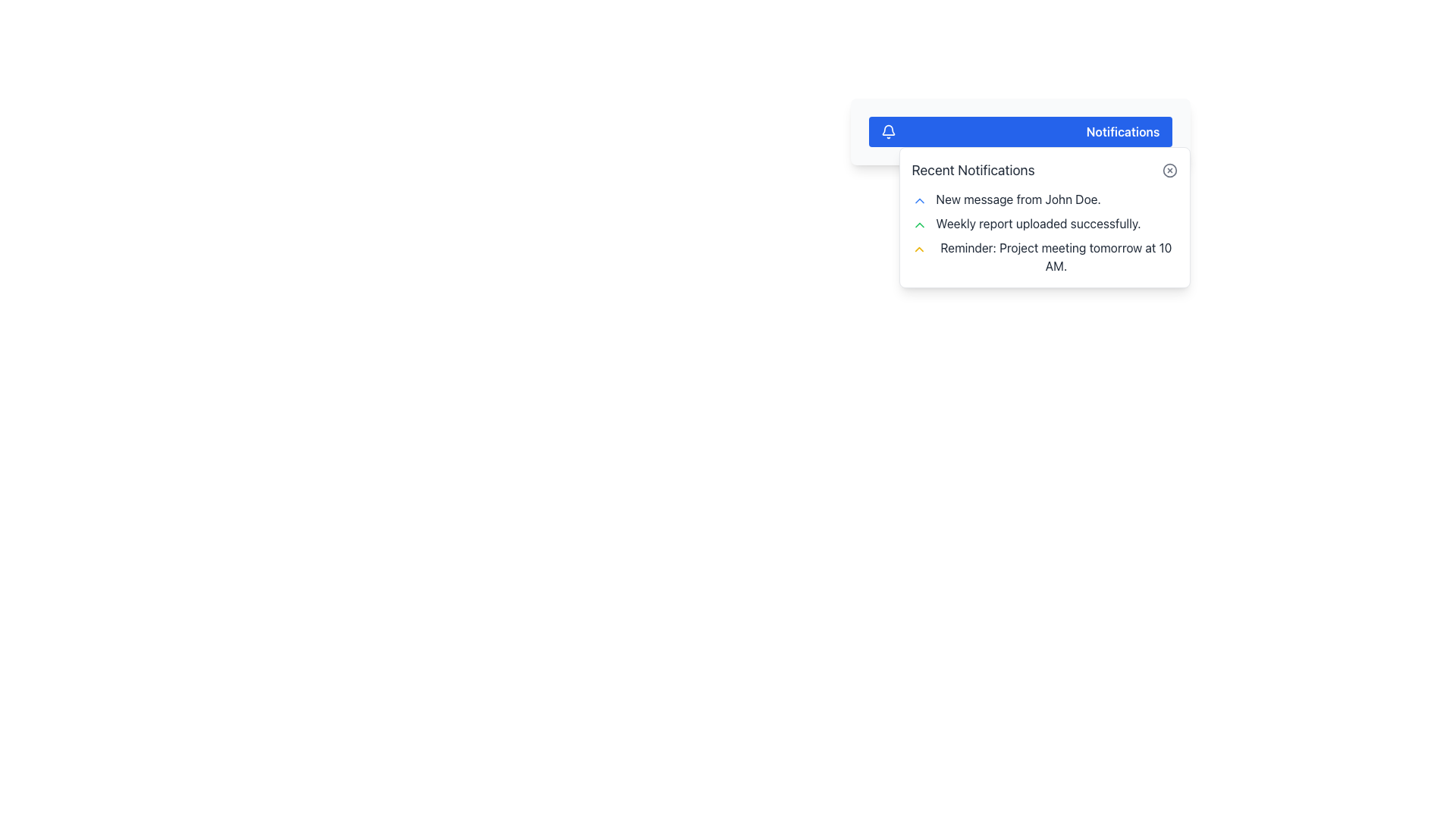 This screenshot has height=819, width=1456. I want to click on the text element that reads 'Recent Notifications', which is styled with a larger font size and appears bold in dark gray or black color, so click(973, 170).